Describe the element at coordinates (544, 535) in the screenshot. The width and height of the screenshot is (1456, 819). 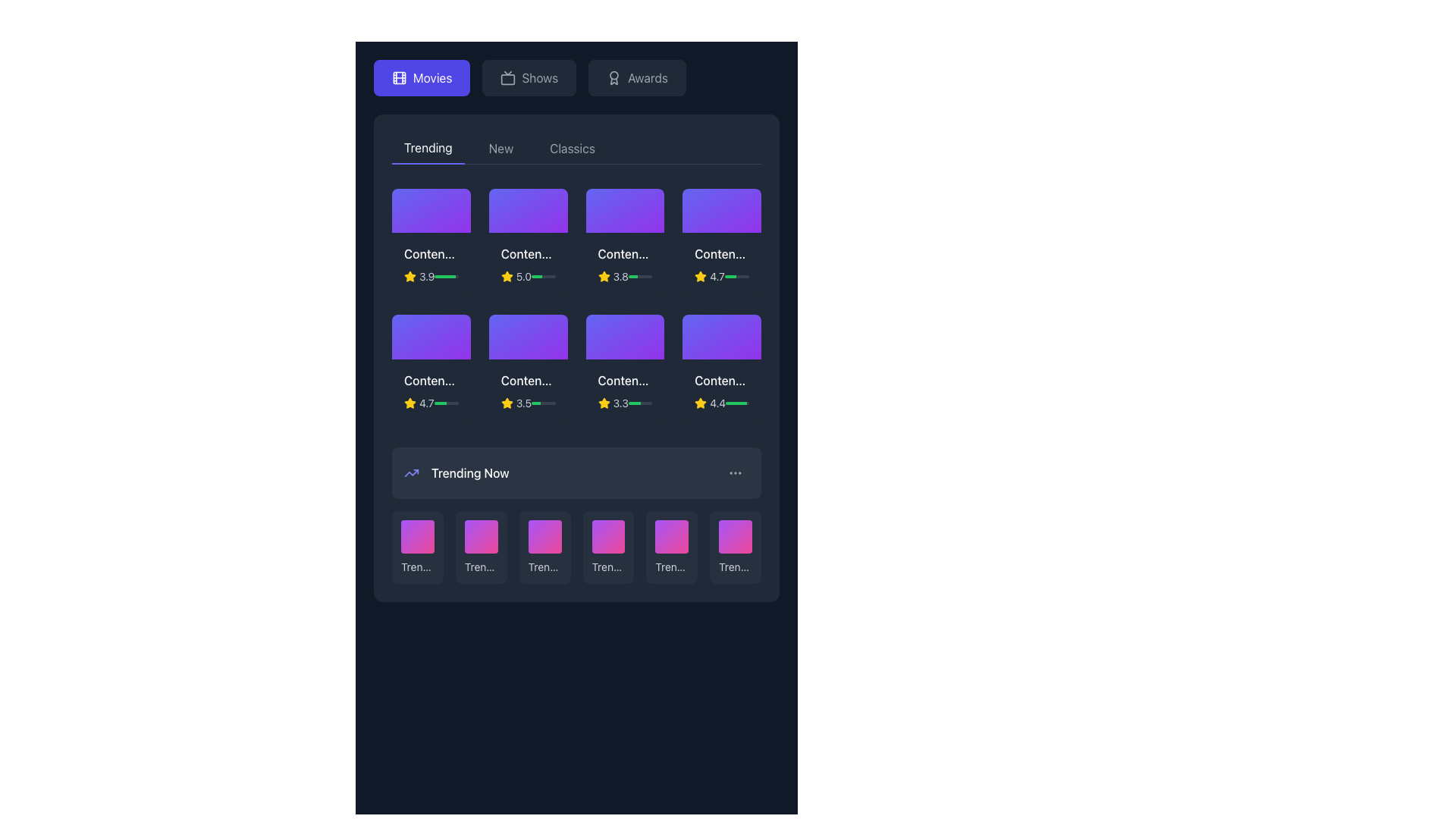
I see `the decorative square in the third position of the 'Trending Now' list, which visually represents a media entry` at that location.